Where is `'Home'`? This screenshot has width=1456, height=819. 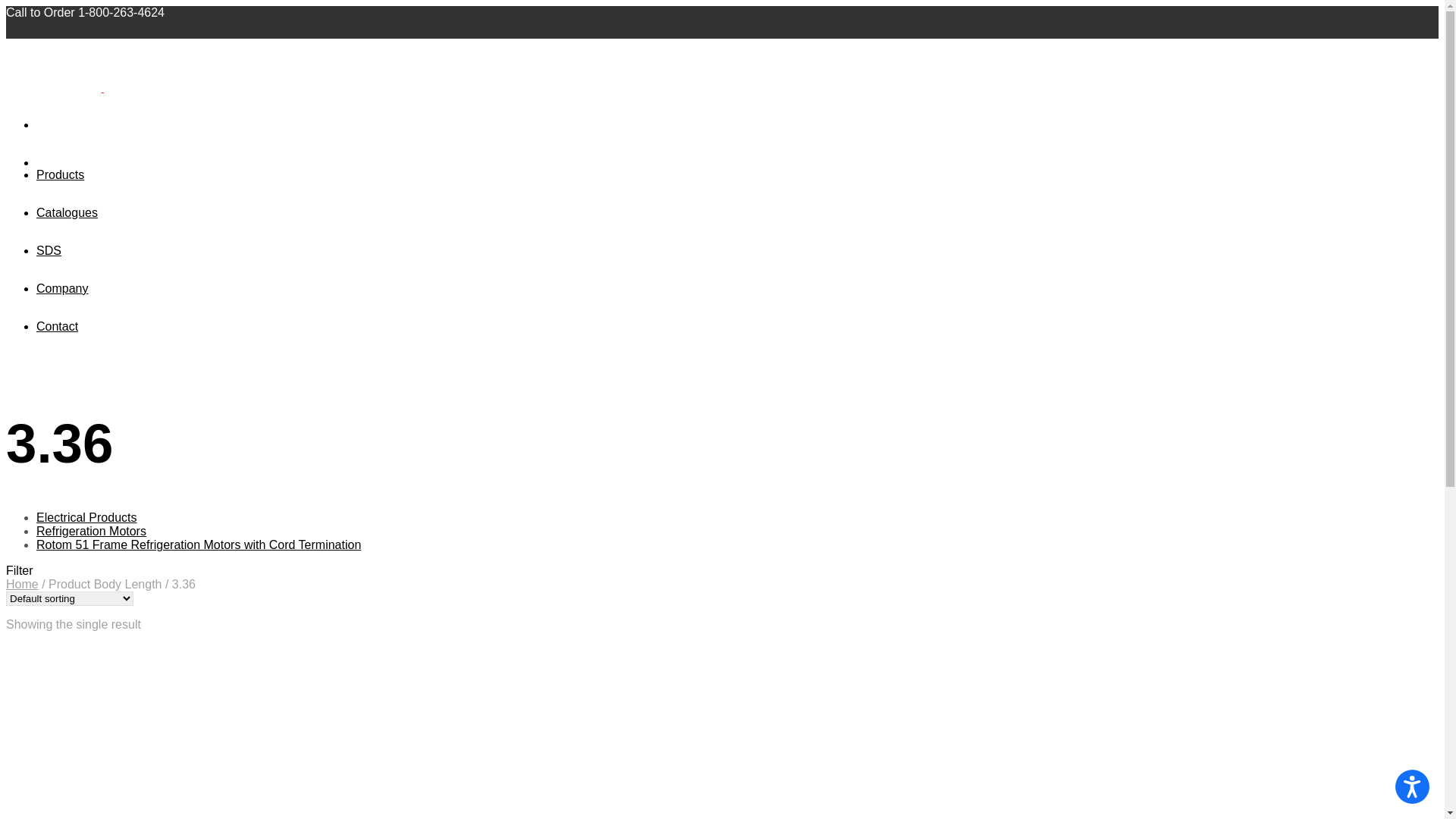 'Home' is located at coordinates (22, 583).